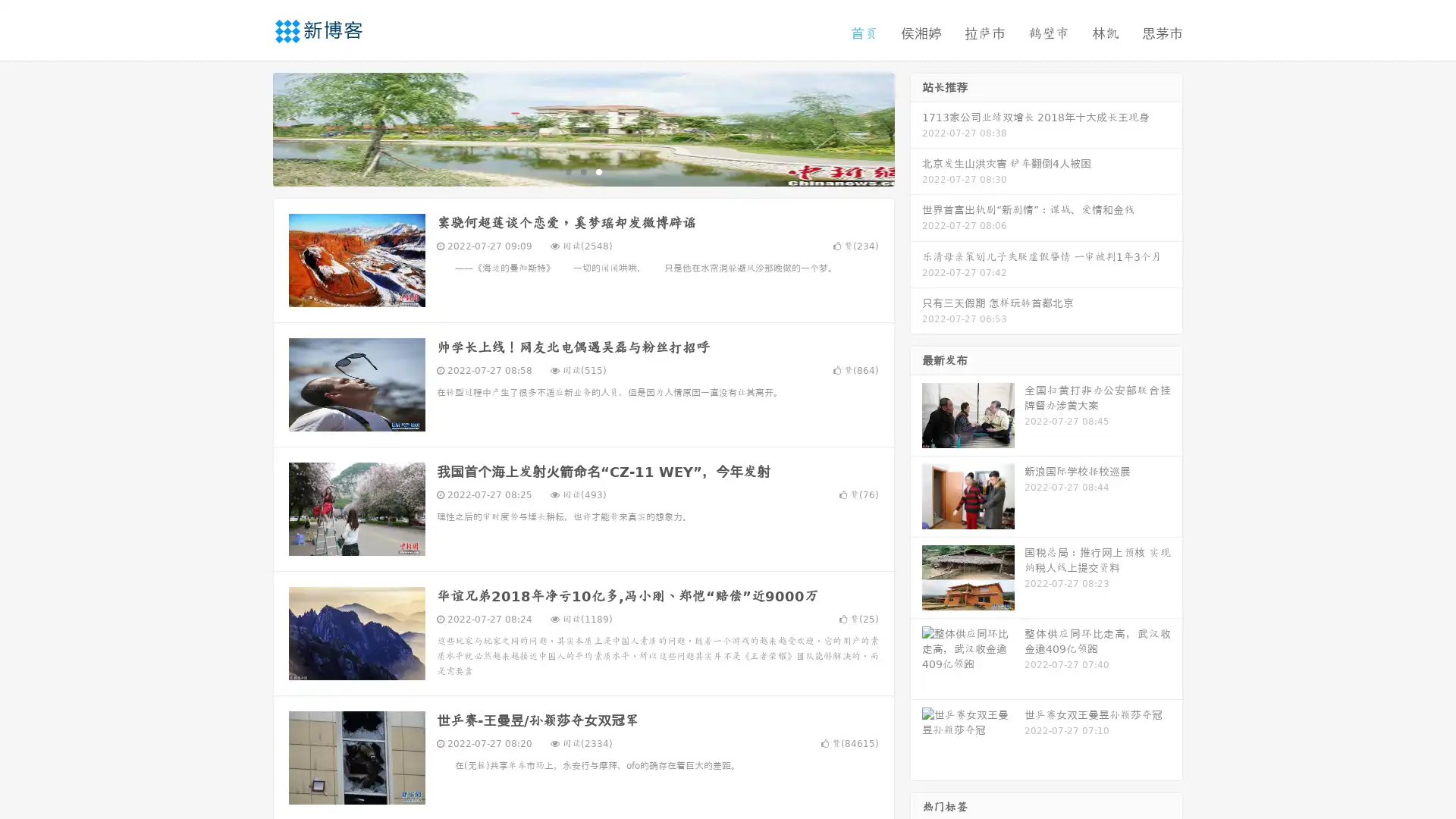  What do you see at coordinates (916, 127) in the screenshot?
I see `Next slide` at bounding box center [916, 127].